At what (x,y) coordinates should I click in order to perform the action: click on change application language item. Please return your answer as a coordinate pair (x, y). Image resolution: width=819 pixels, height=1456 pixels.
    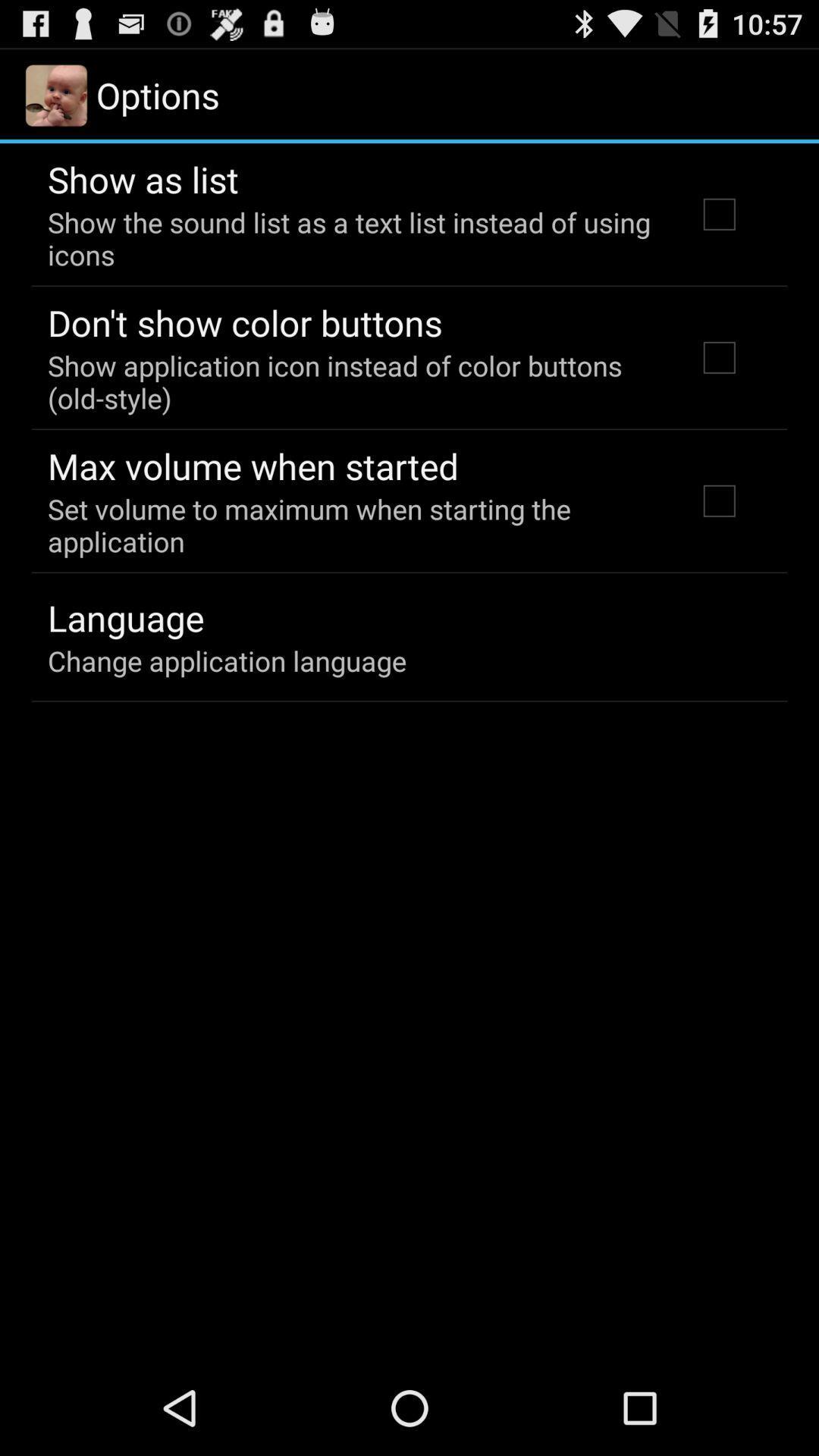
    Looking at the image, I should click on (227, 661).